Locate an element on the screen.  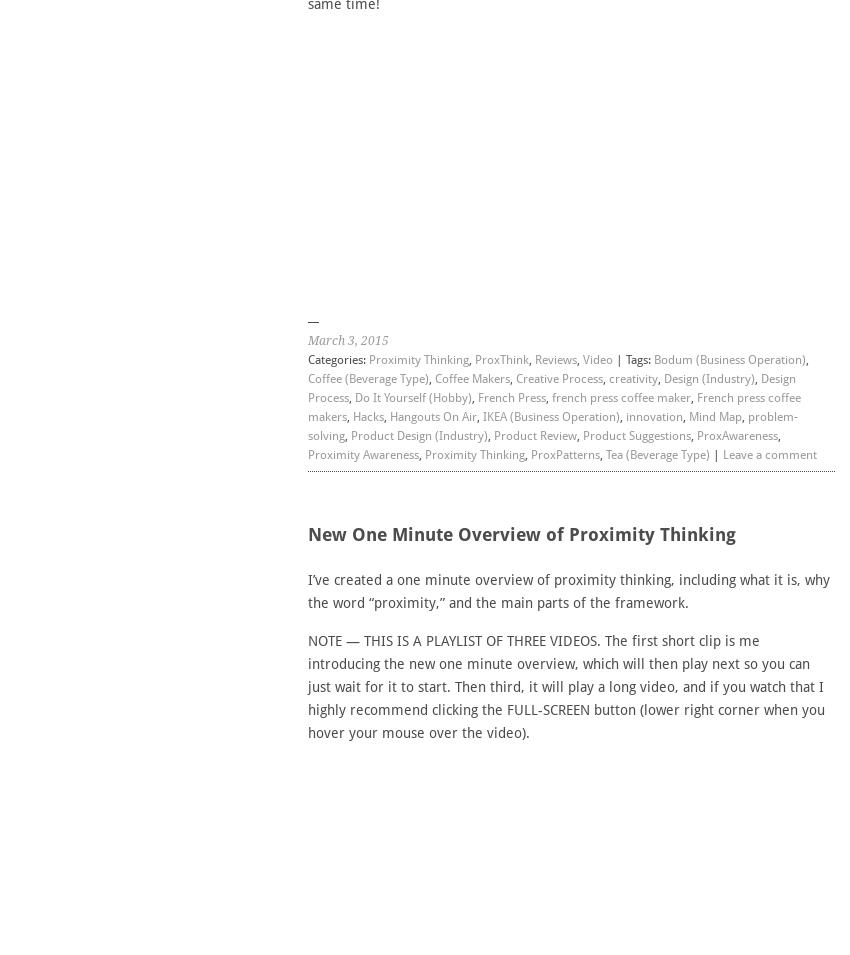
'IKEA (Business Operation)' is located at coordinates (549, 415).